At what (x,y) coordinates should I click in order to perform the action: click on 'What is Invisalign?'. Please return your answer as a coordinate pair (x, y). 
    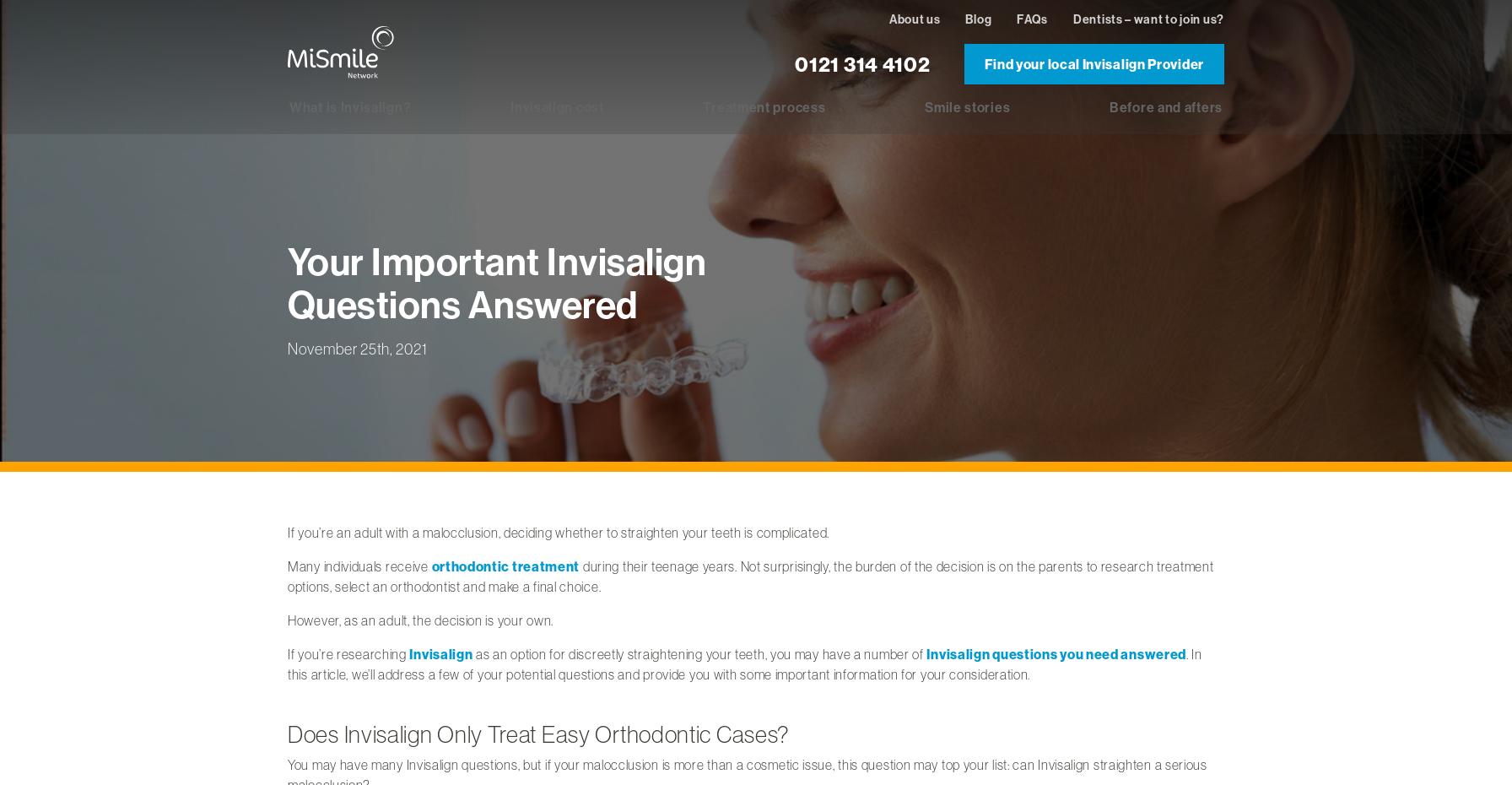
    Looking at the image, I should click on (350, 106).